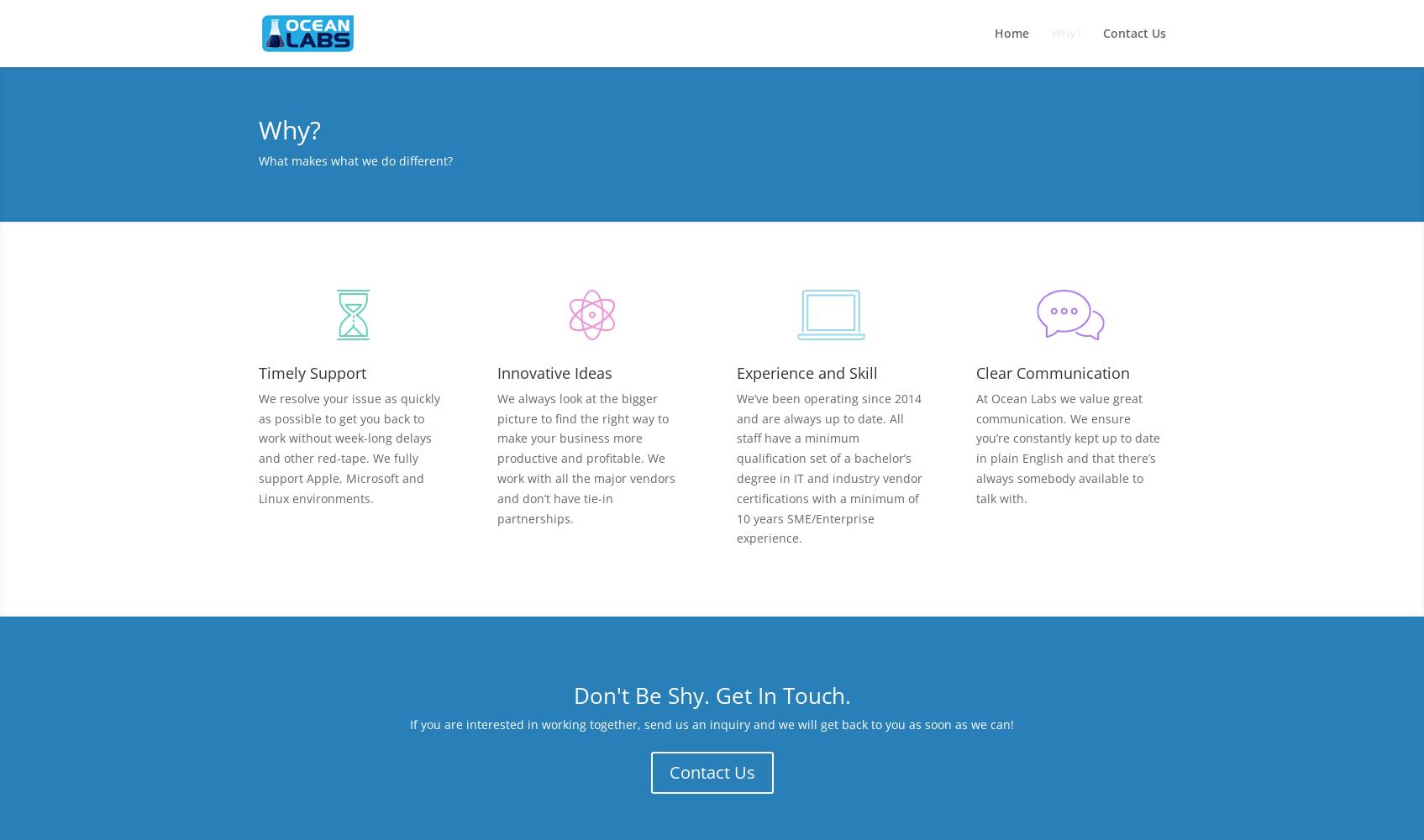 This screenshot has height=840, width=1424. Describe the element at coordinates (586, 458) in the screenshot. I see `'We always look at the bigger picture to find the right way to make your business more productive and profitable. We work with all the major vendors and don’t have tie-in partnerships.'` at that location.